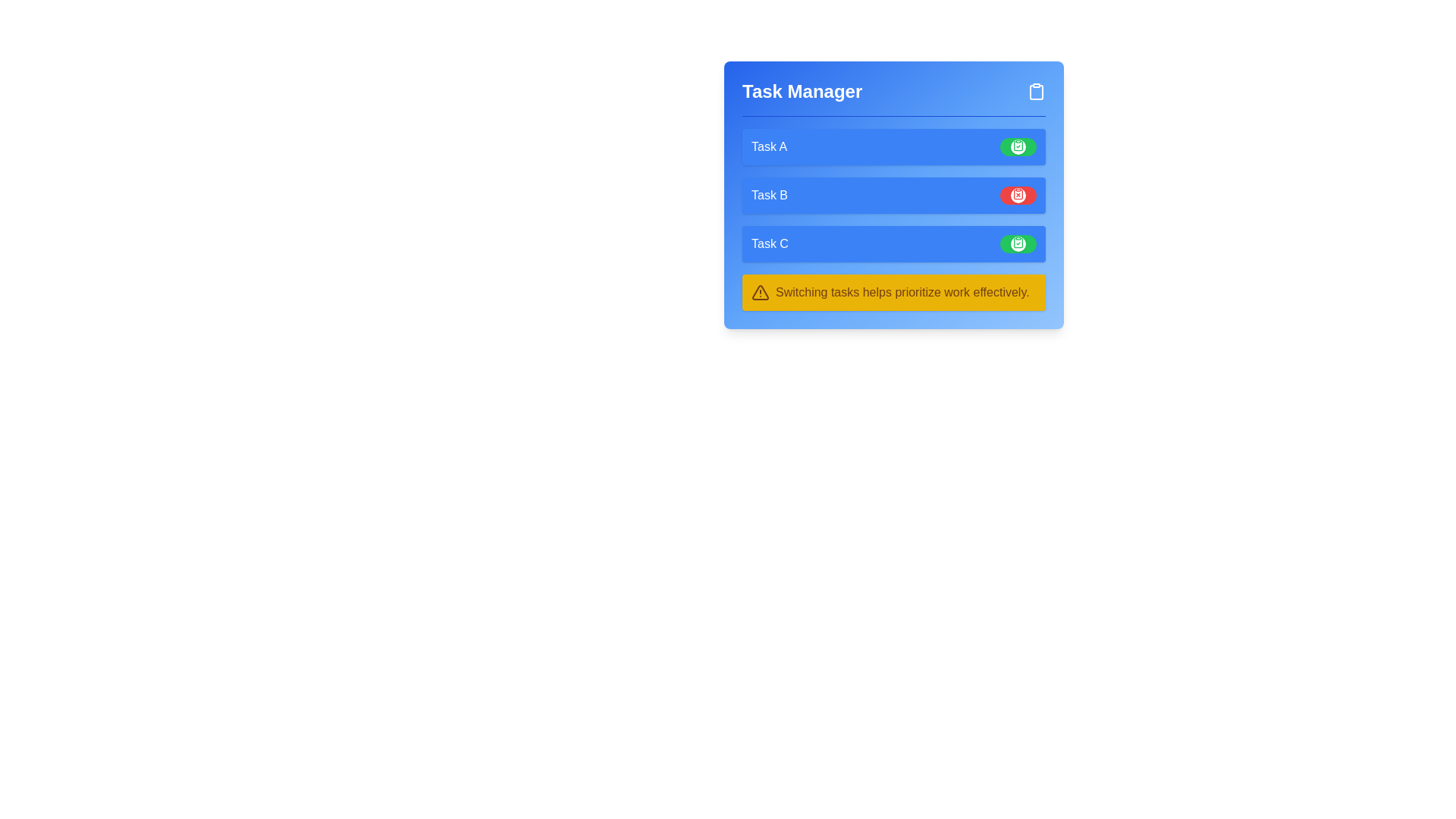  What do you see at coordinates (894, 243) in the screenshot?
I see `the third task item row with a toggle button located below 'Task A' and 'Task B'` at bounding box center [894, 243].